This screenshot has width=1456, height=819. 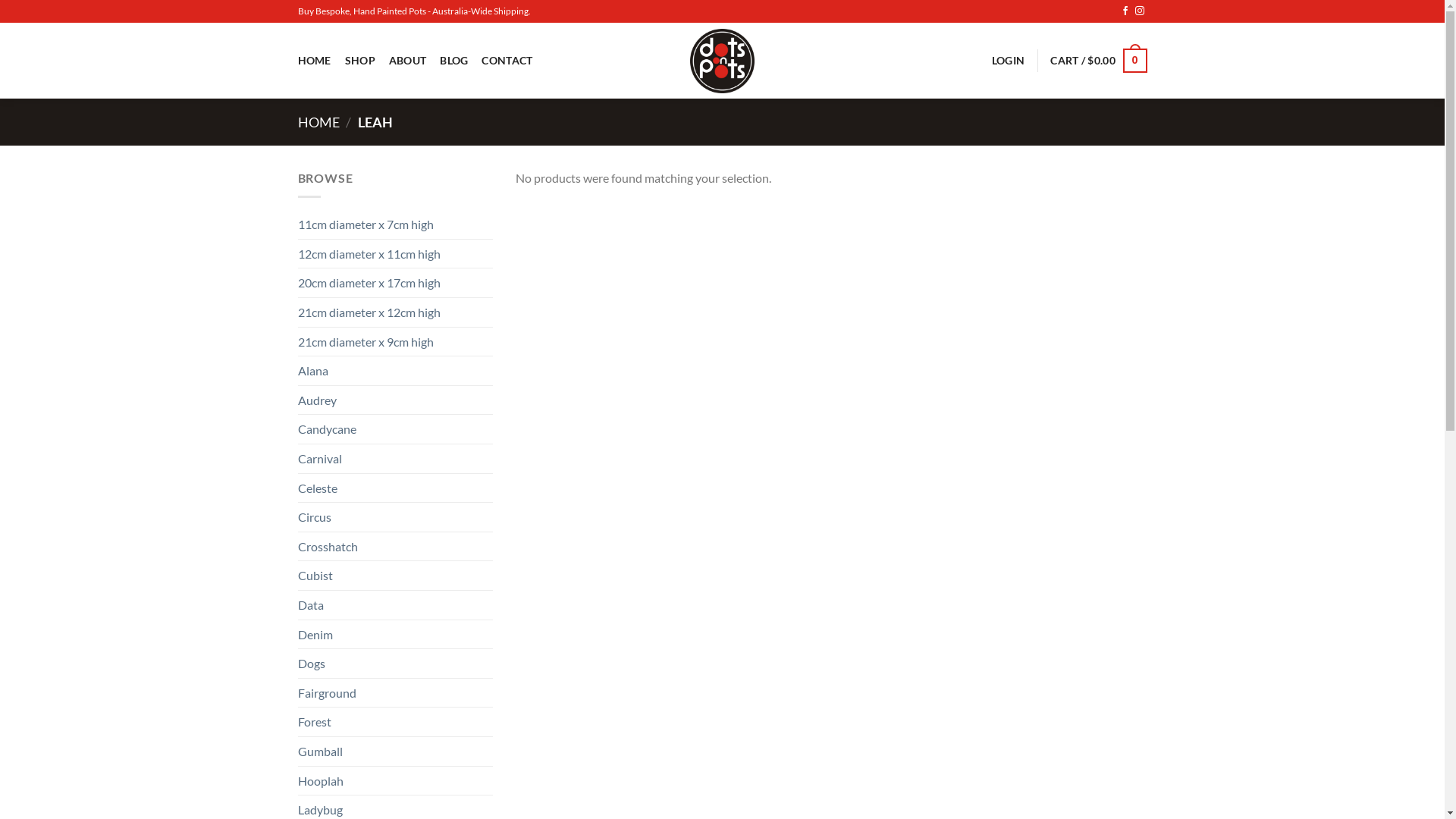 I want to click on 'Gumball', so click(x=395, y=752).